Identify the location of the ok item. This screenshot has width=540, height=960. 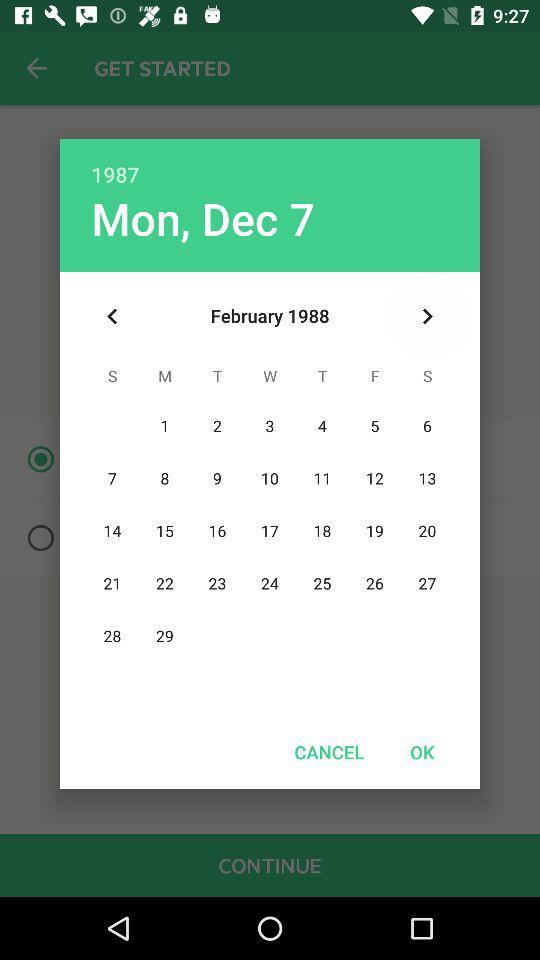
(421, 751).